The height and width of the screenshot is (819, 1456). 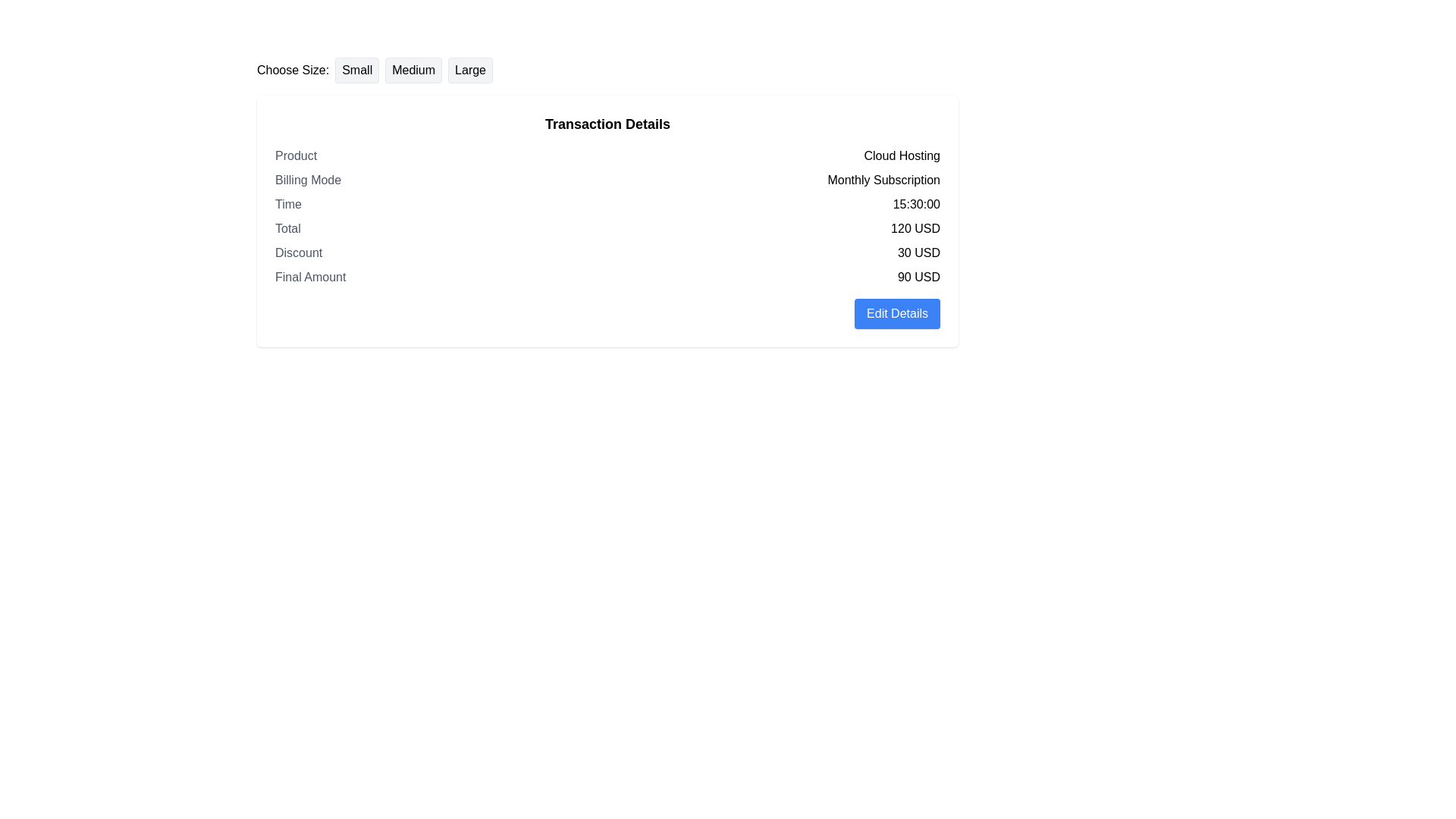 I want to click on the 'Small' size selection button located in the top-left section of the interface, following the 'Choose Size:' text for visual feedback, so click(x=356, y=70).